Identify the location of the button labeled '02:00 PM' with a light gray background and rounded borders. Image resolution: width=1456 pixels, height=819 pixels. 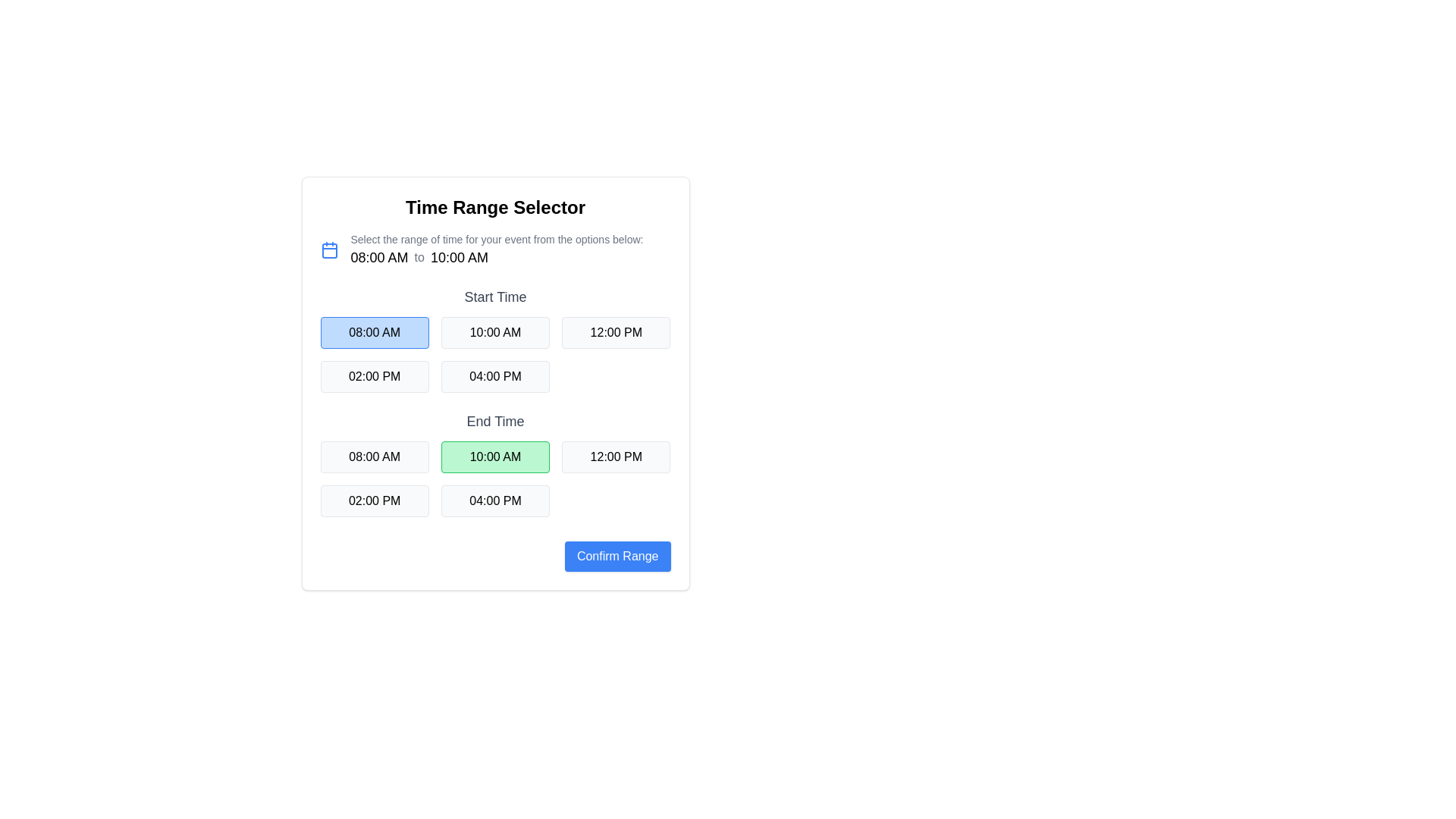
(375, 500).